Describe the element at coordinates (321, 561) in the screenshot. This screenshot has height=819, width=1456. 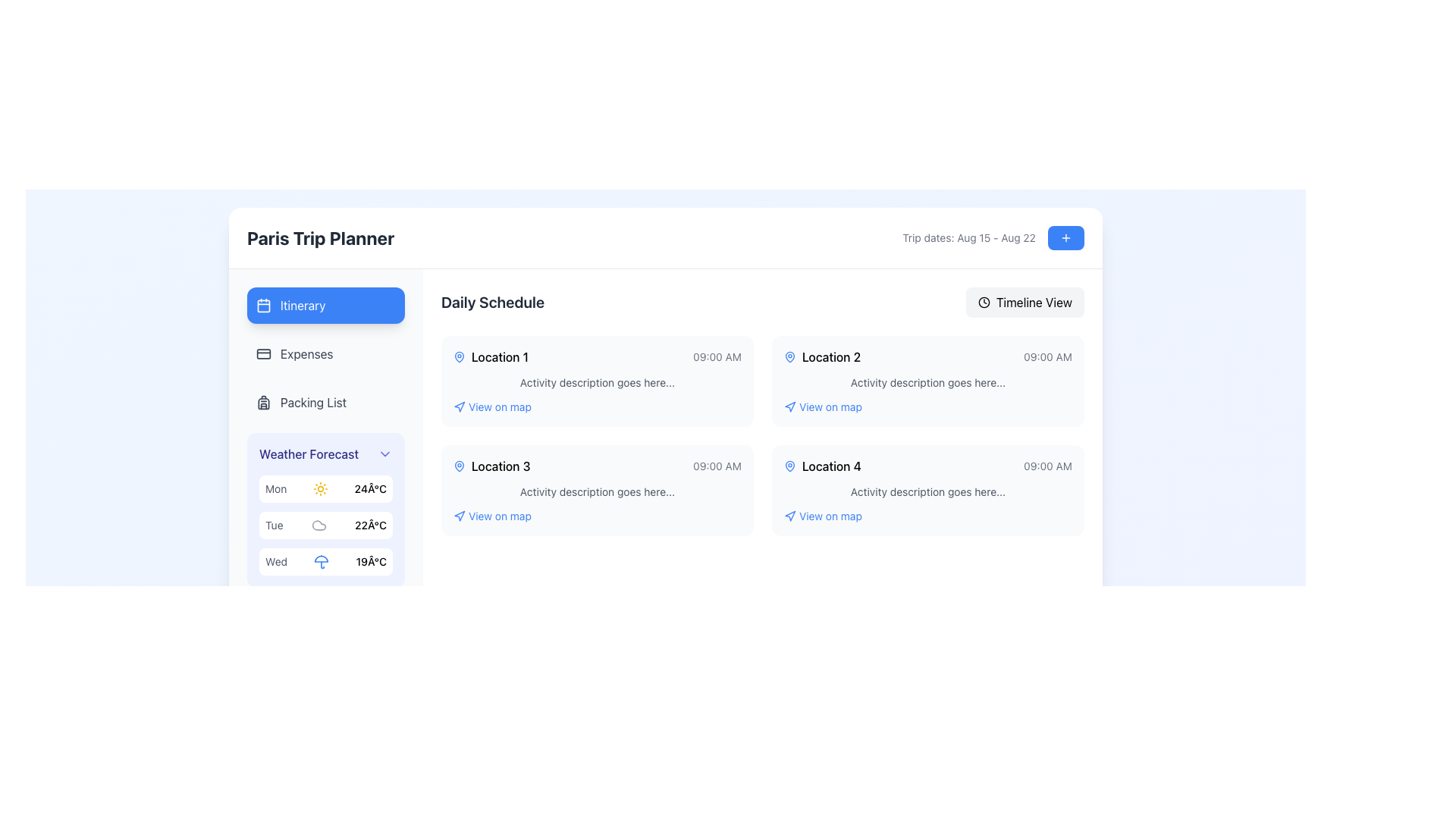
I see `the static SVG icon representing rainy weather, located in the 'Weather Forecast' box on the left panel, specifically the second element in the row for 'Wed.'` at that location.